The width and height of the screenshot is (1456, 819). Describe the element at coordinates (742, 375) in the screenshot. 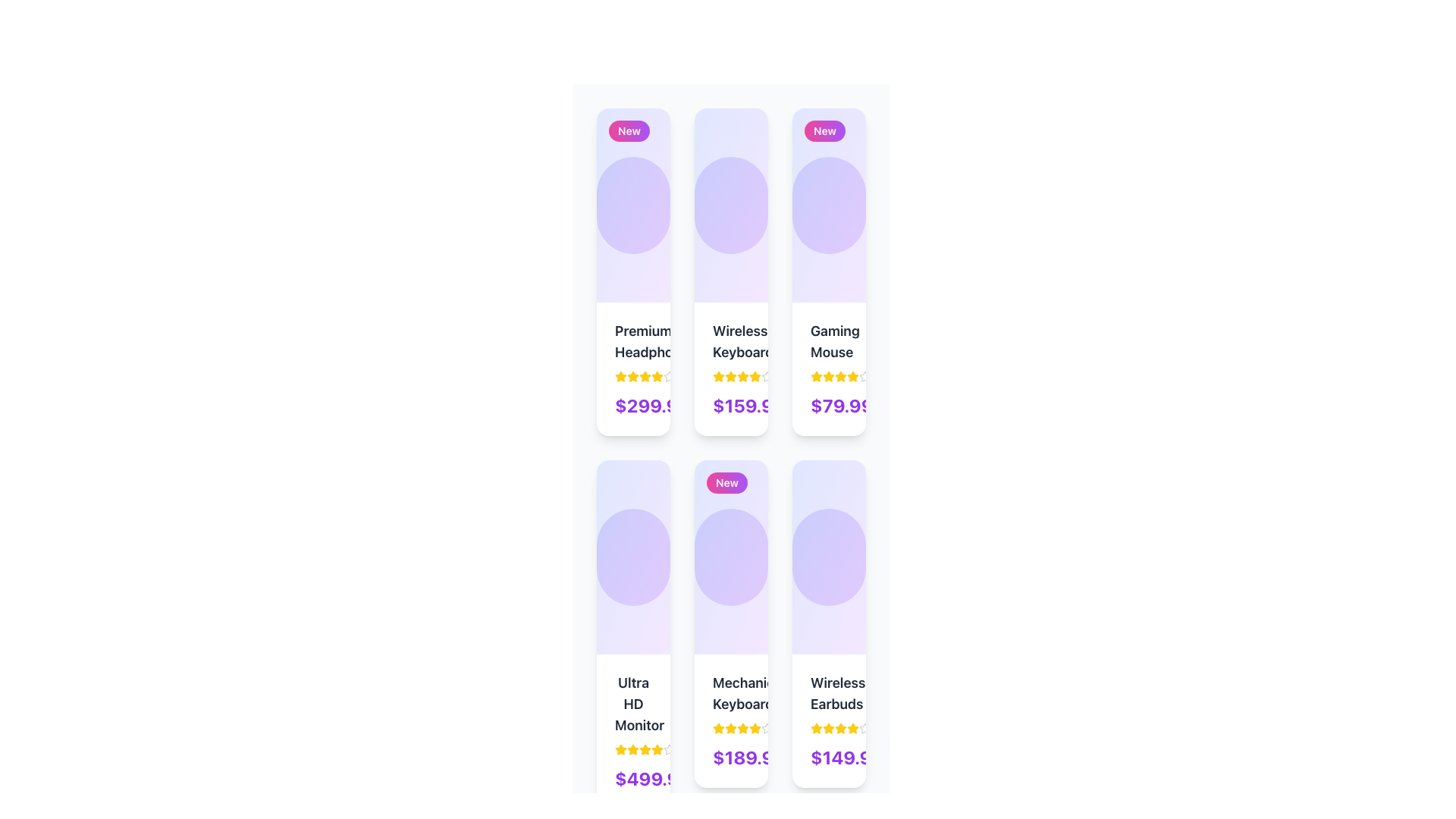

I see `the third star icon in the product rating system` at that location.